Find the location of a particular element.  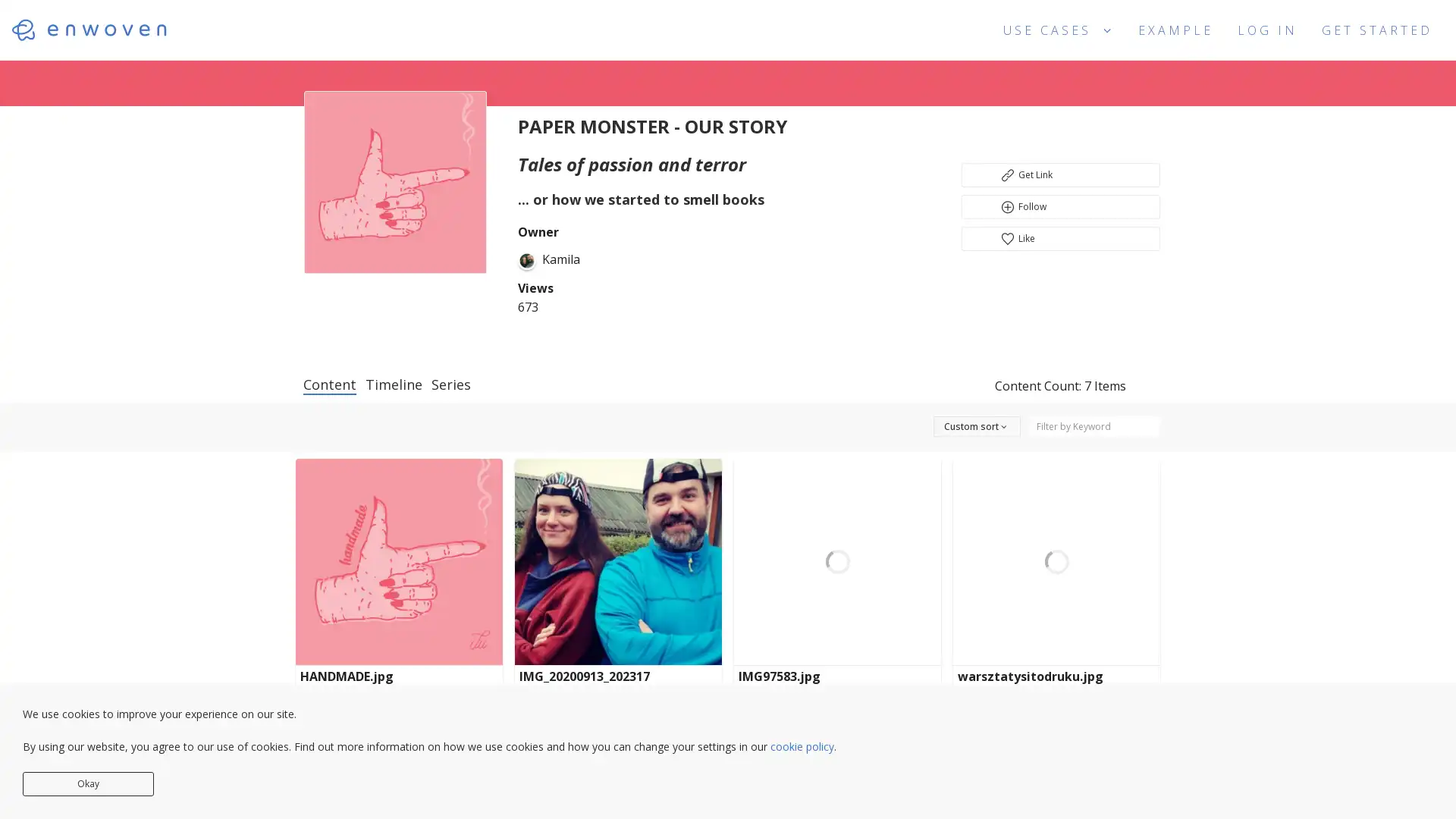

GET STARTED is located at coordinates (1376, 30).